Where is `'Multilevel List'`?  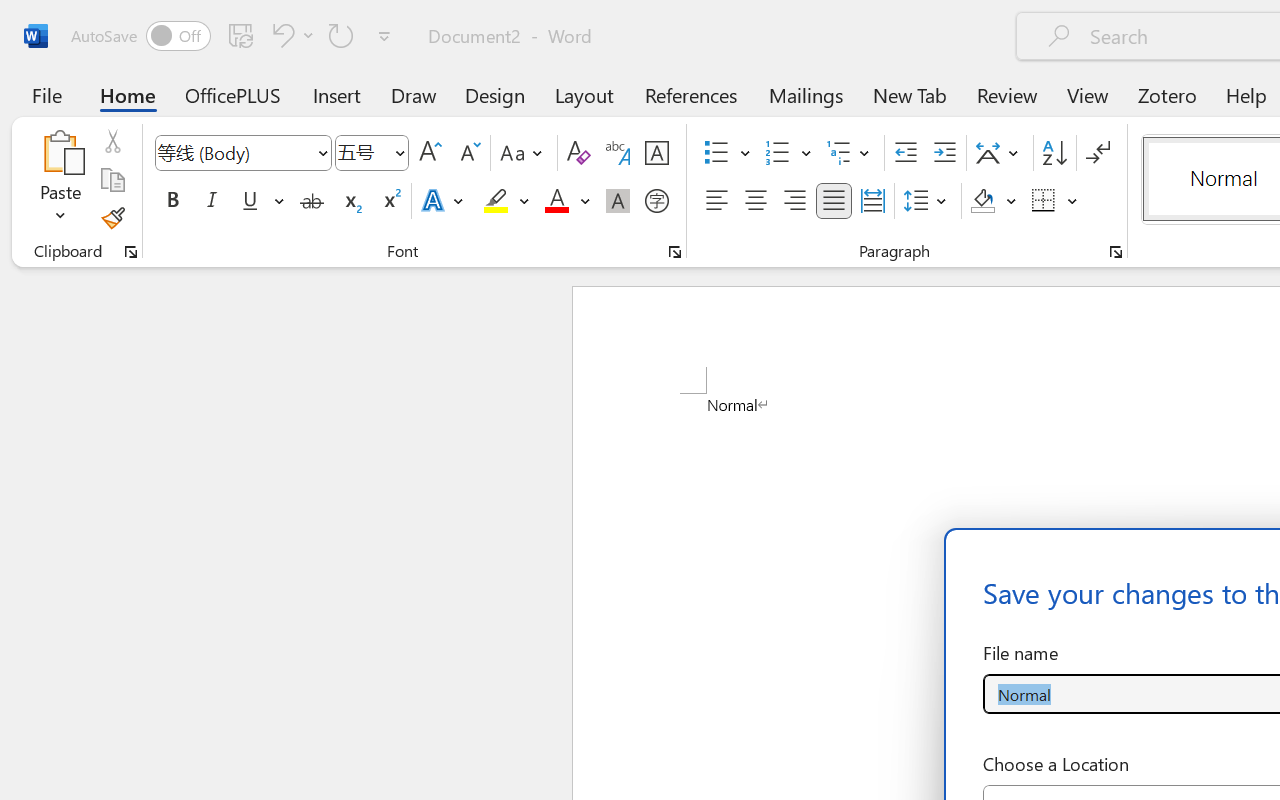 'Multilevel List' is located at coordinates (850, 153).